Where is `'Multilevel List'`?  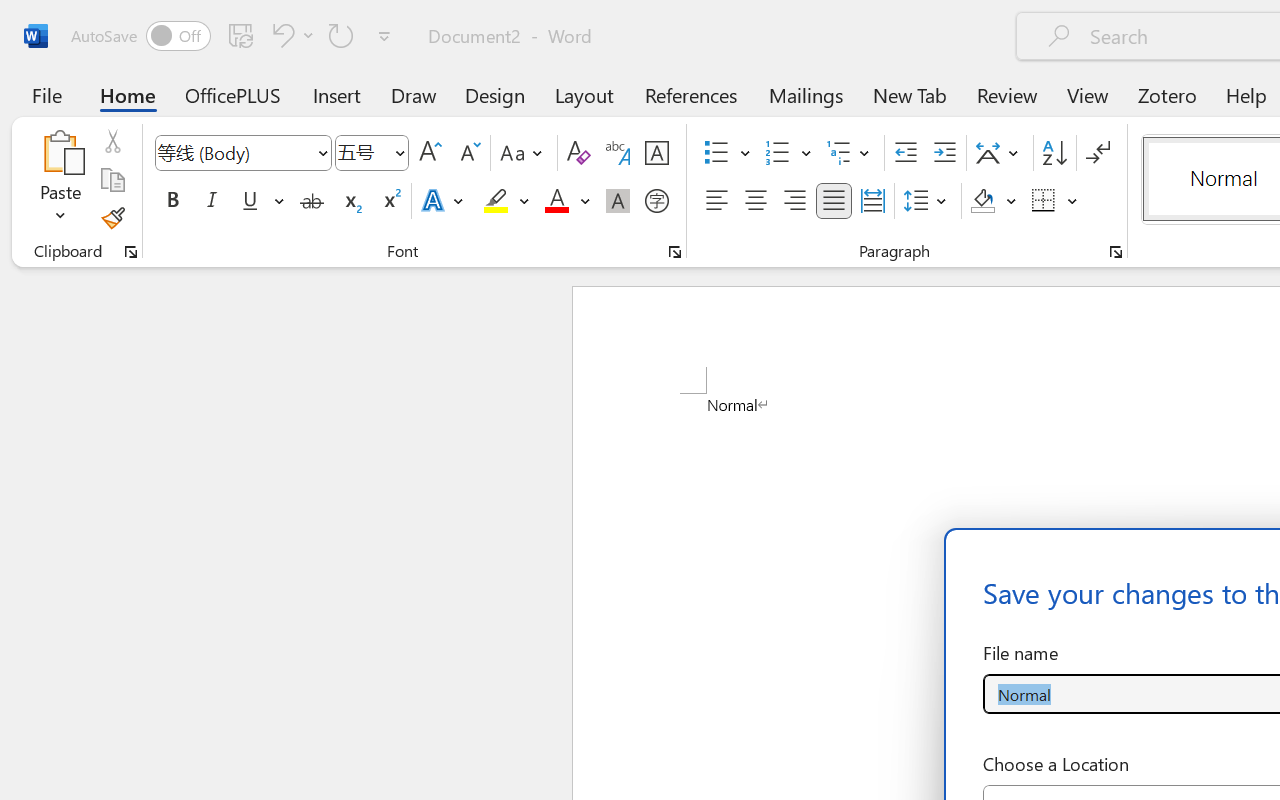 'Multilevel List' is located at coordinates (850, 153).